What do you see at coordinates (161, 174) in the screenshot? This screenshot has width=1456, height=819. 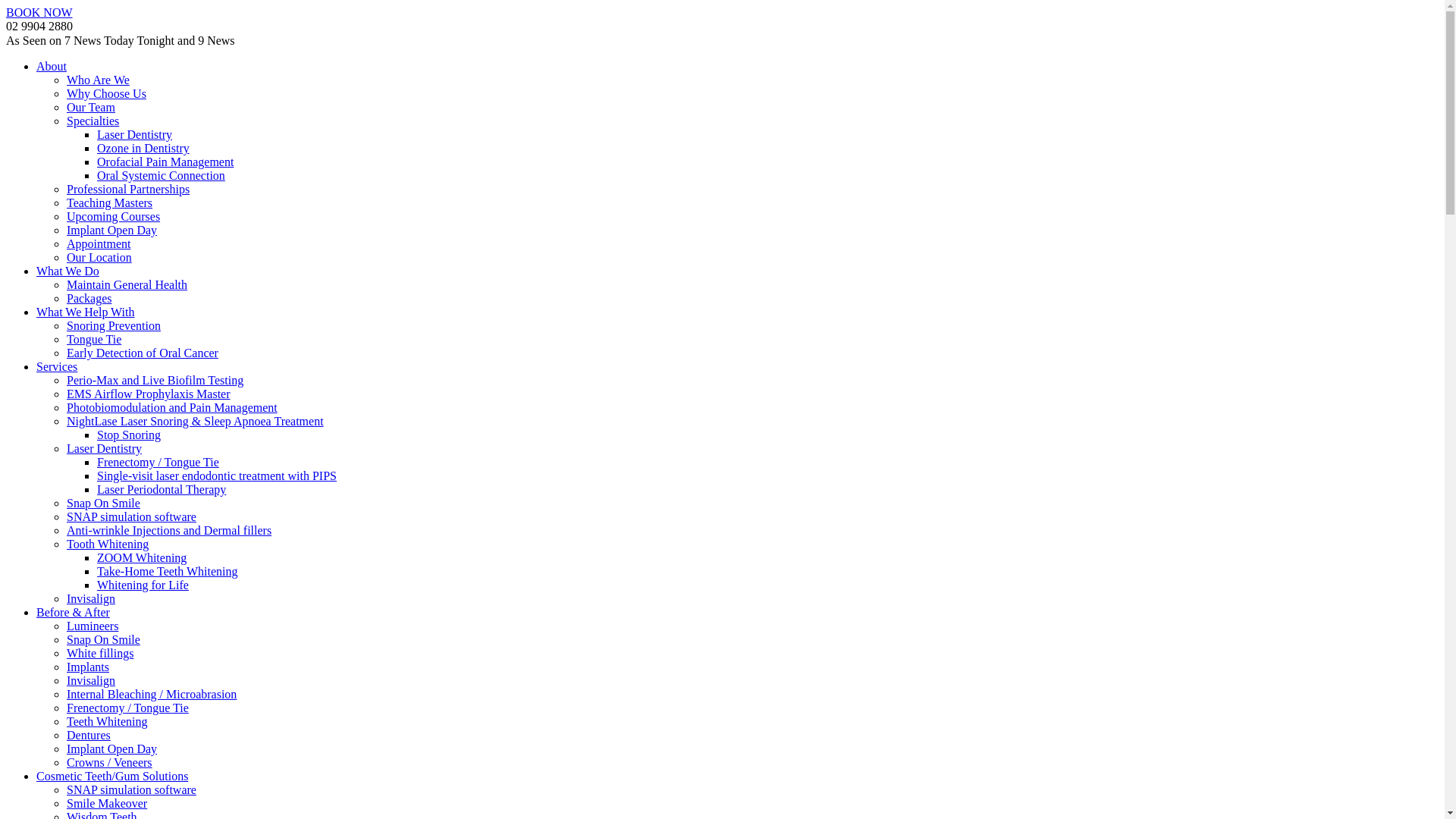 I see `'Oral Systemic Connection'` at bounding box center [161, 174].